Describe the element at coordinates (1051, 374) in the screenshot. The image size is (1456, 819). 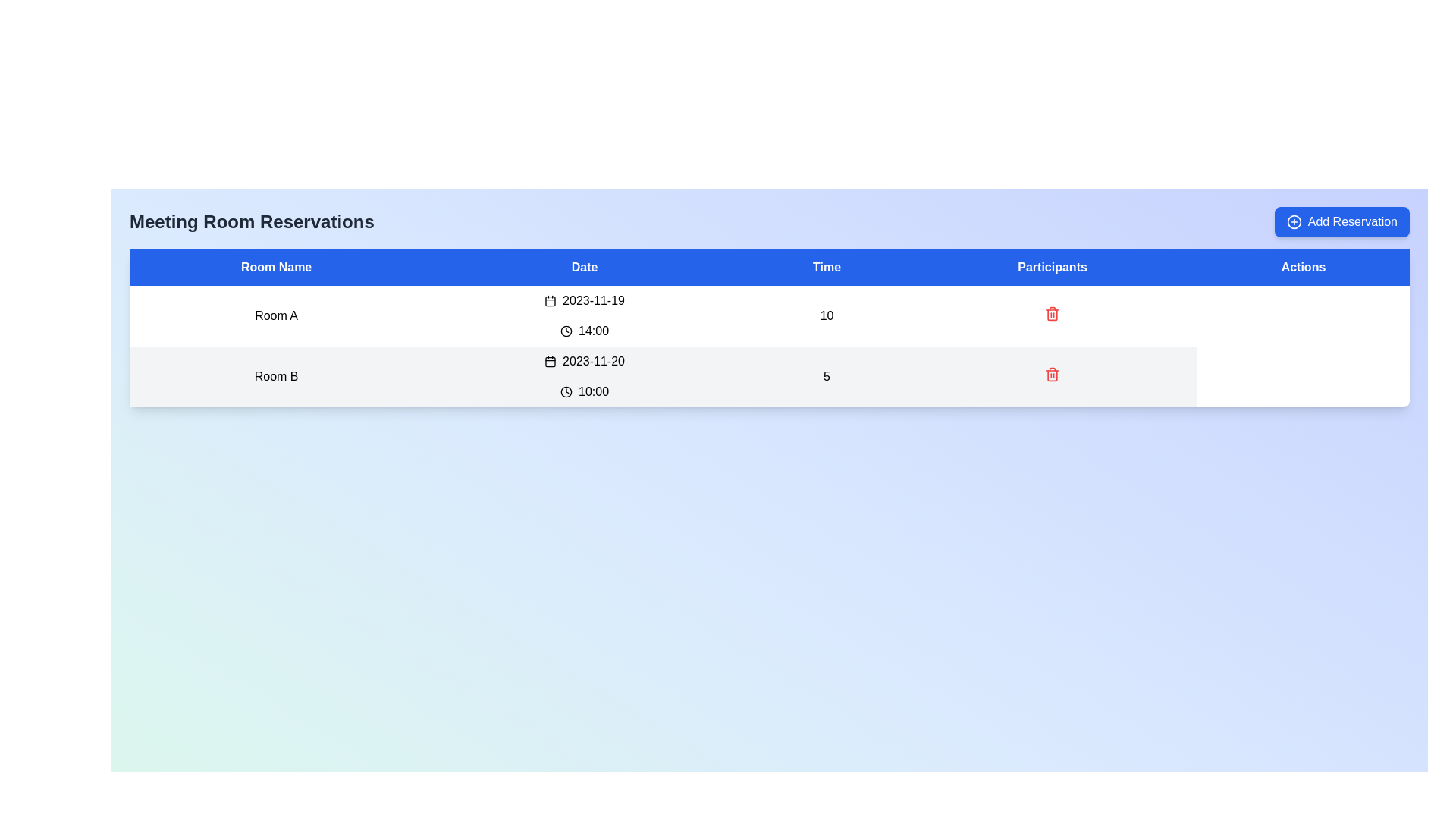
I see `the delete icon button located under the 'Actions' column in the second row of the table` at that location.